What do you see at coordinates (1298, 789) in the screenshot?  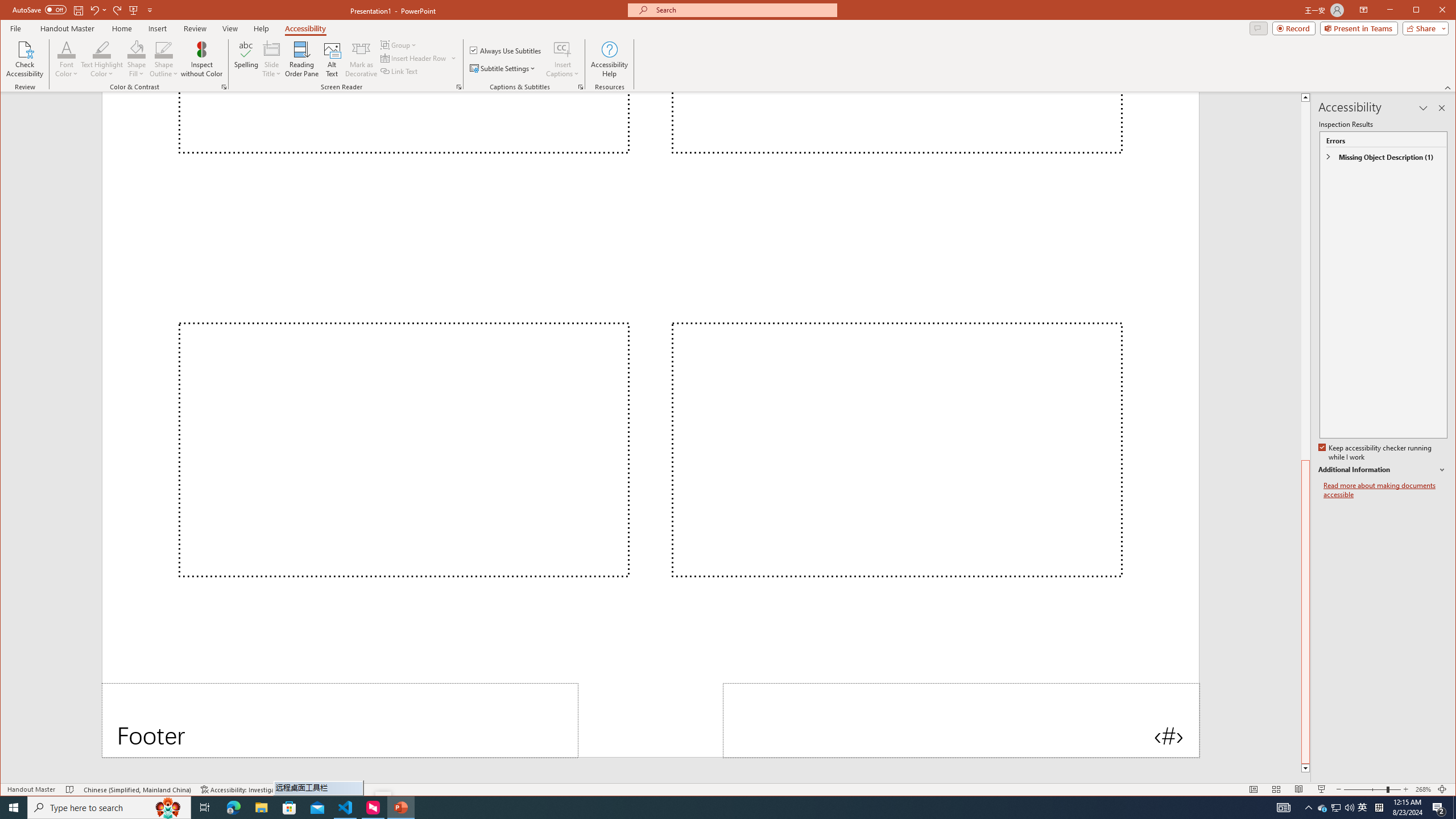 I see `'Reading View'` at bounding box center [1298, 789].